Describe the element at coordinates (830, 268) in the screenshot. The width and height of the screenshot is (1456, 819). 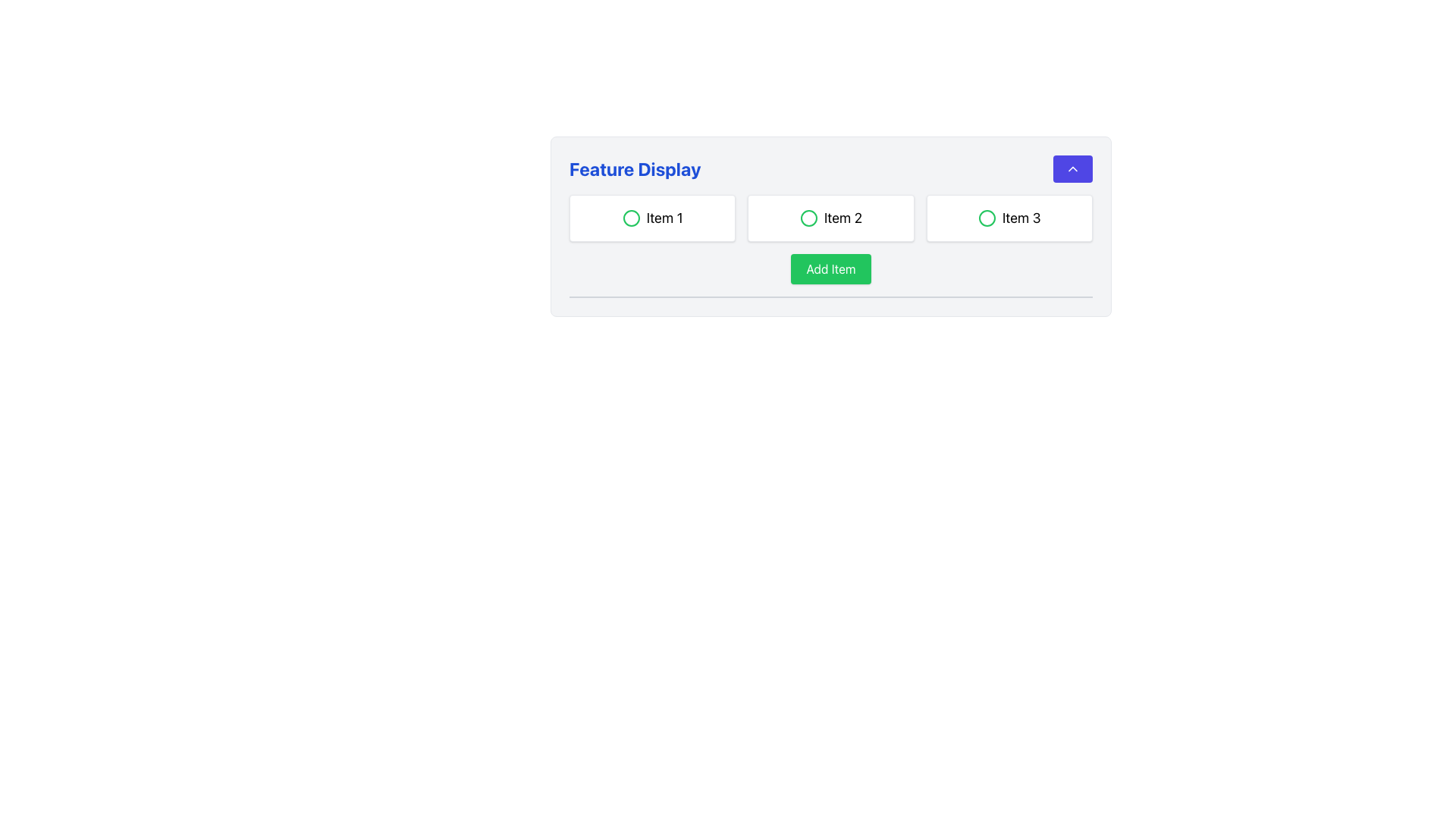
I see `keyboard navigation` at that location.